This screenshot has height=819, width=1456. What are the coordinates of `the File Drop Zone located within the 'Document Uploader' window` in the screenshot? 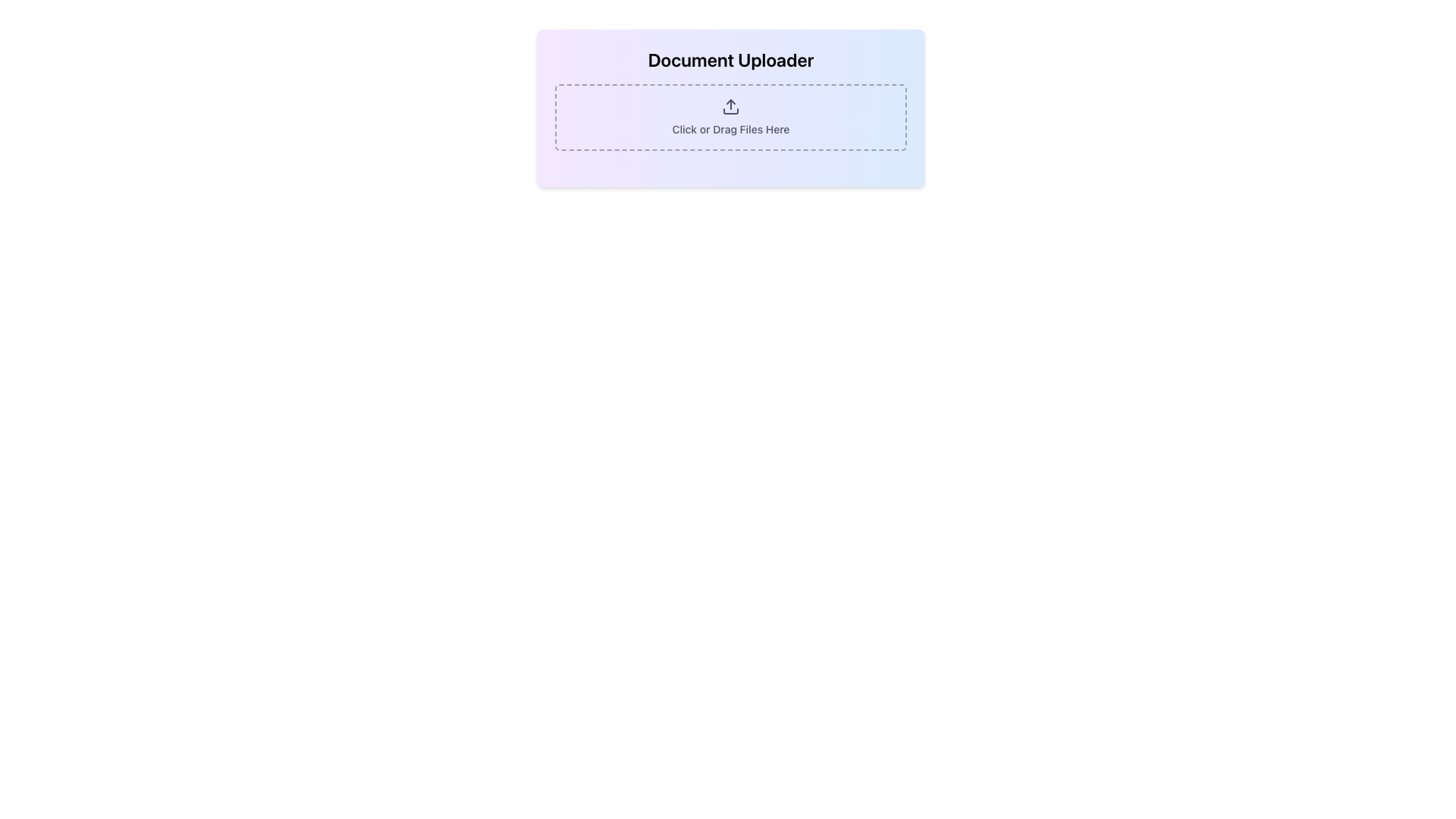 It's located at (731, 116).